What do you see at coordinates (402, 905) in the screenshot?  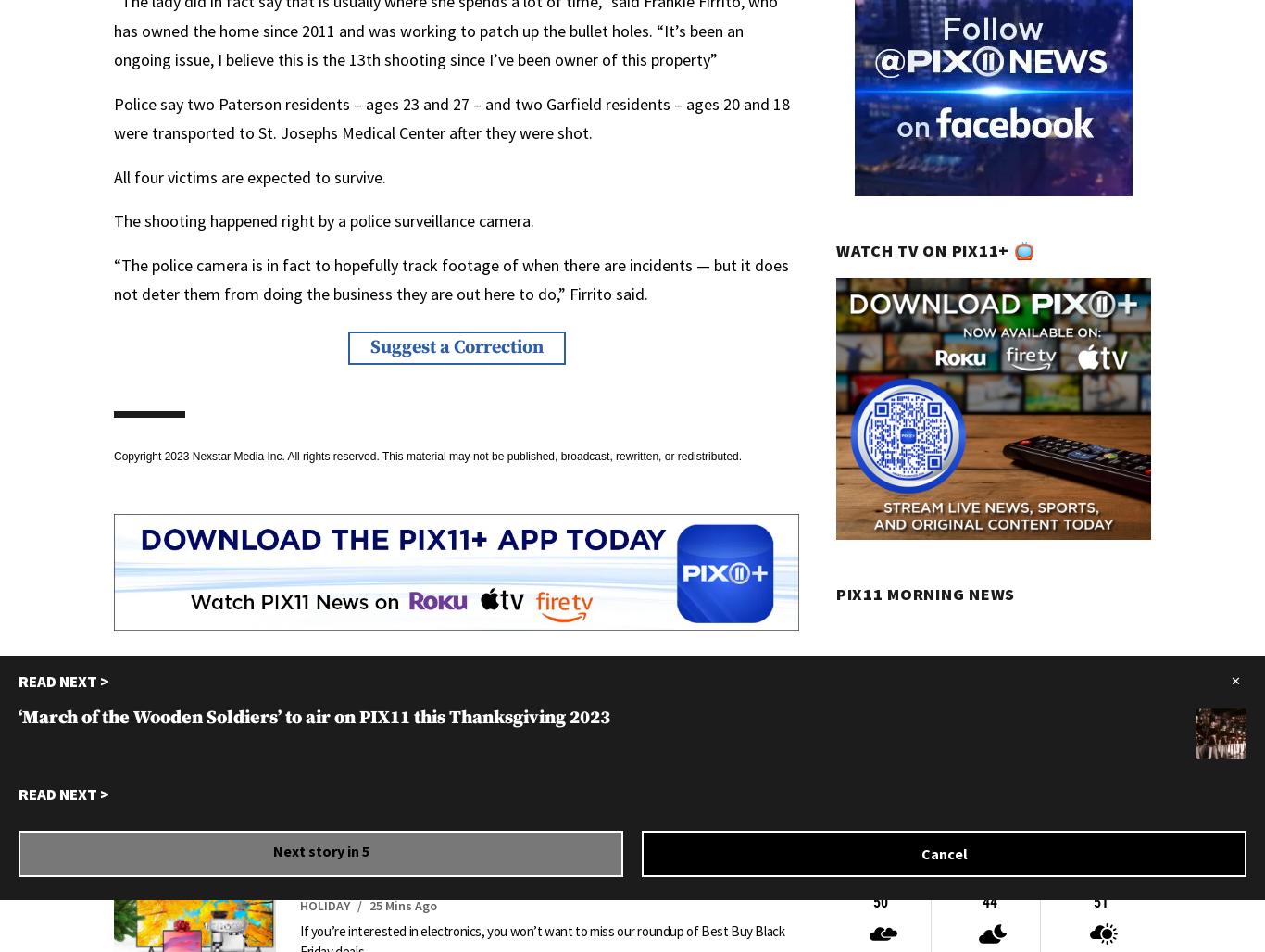 I see `'25 mins ago'` at bounding box center [402, 905].